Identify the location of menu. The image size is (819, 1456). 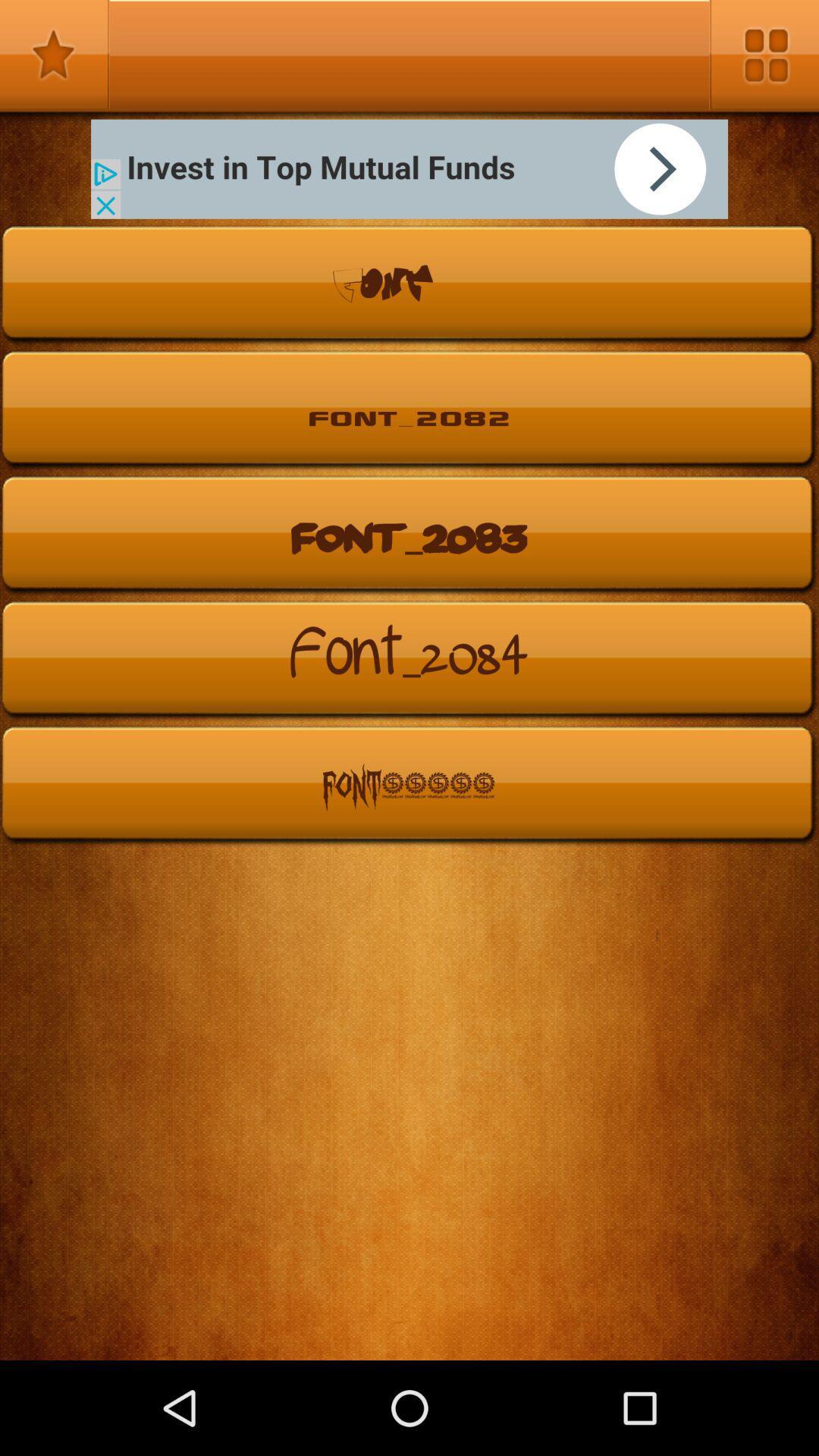
(764, 55).